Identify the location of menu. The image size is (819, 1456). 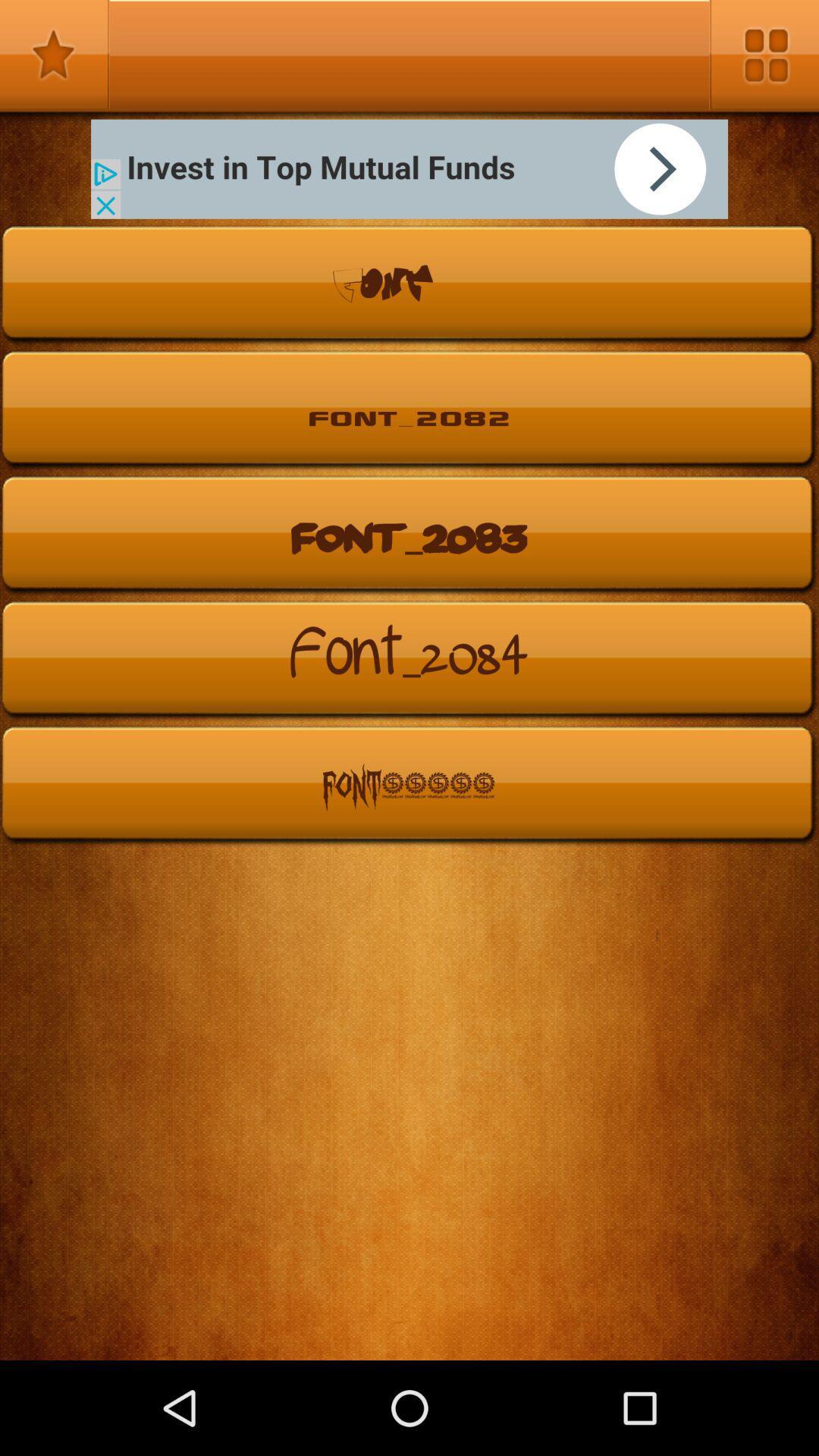
(764, 55).